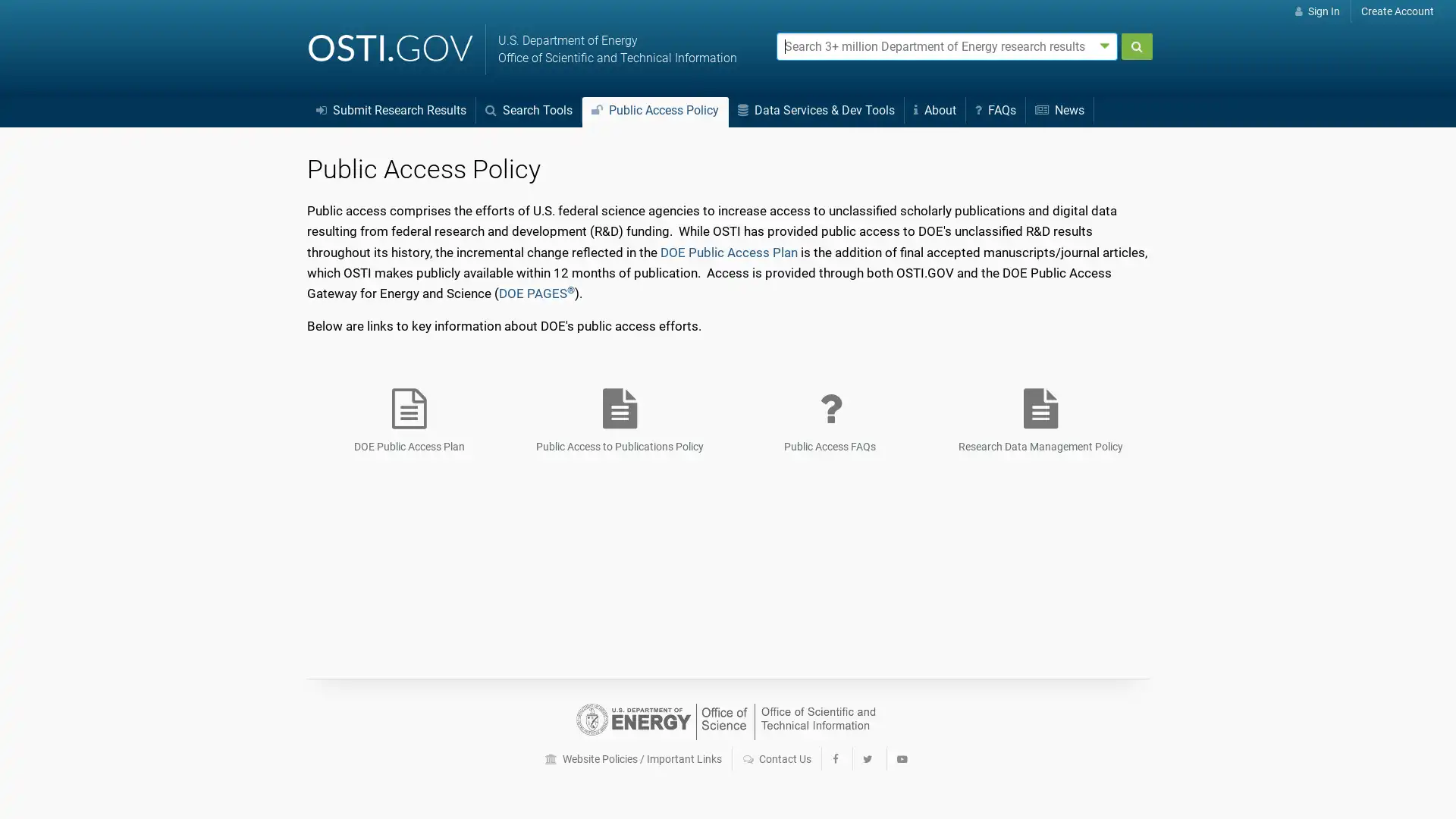  I want to click on Advanced search options, so click(1105, 45).